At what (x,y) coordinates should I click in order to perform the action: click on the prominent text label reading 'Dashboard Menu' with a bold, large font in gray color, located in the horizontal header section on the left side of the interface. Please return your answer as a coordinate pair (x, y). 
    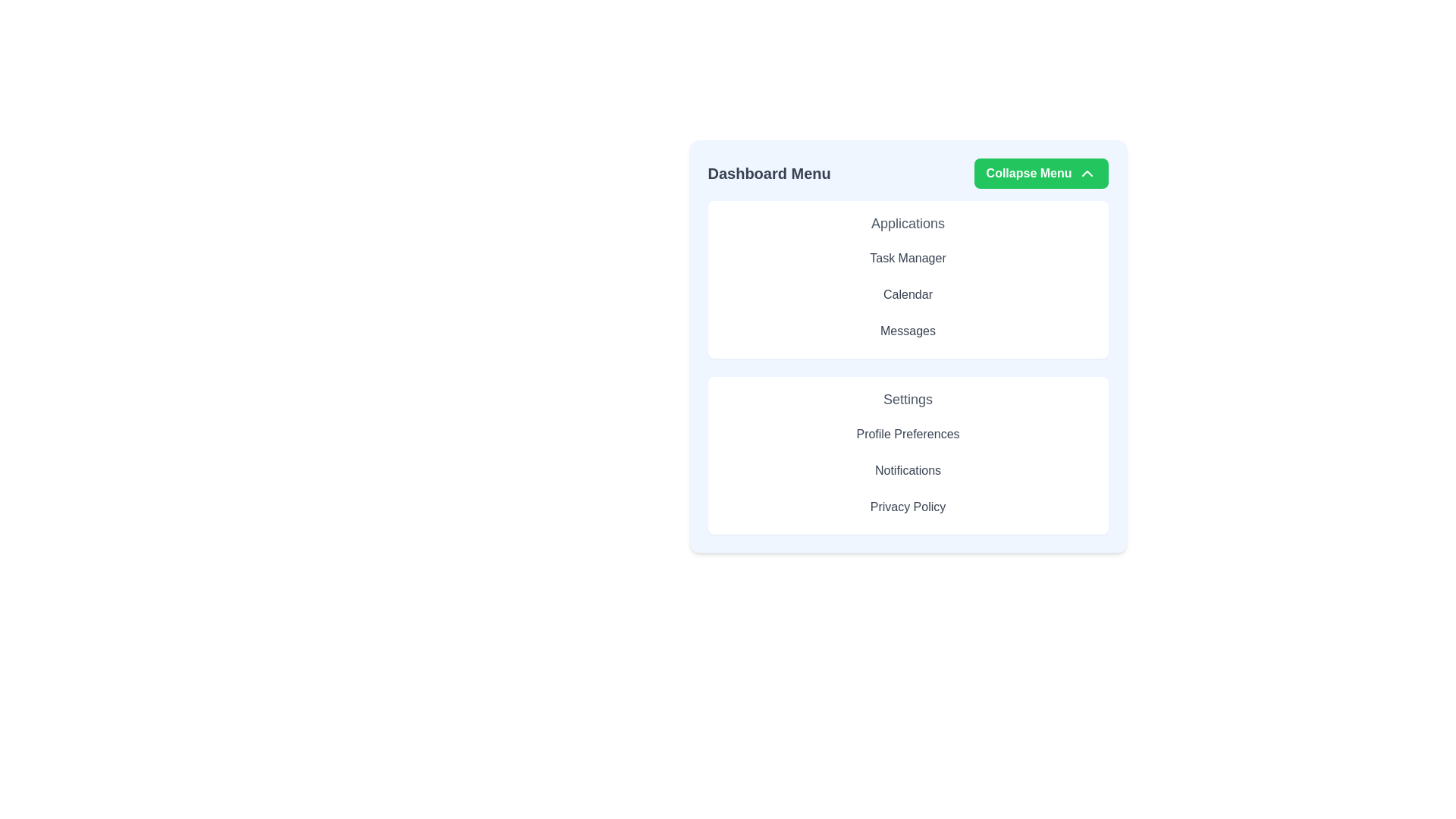
    Looking at the image, I should click on (769, 172).